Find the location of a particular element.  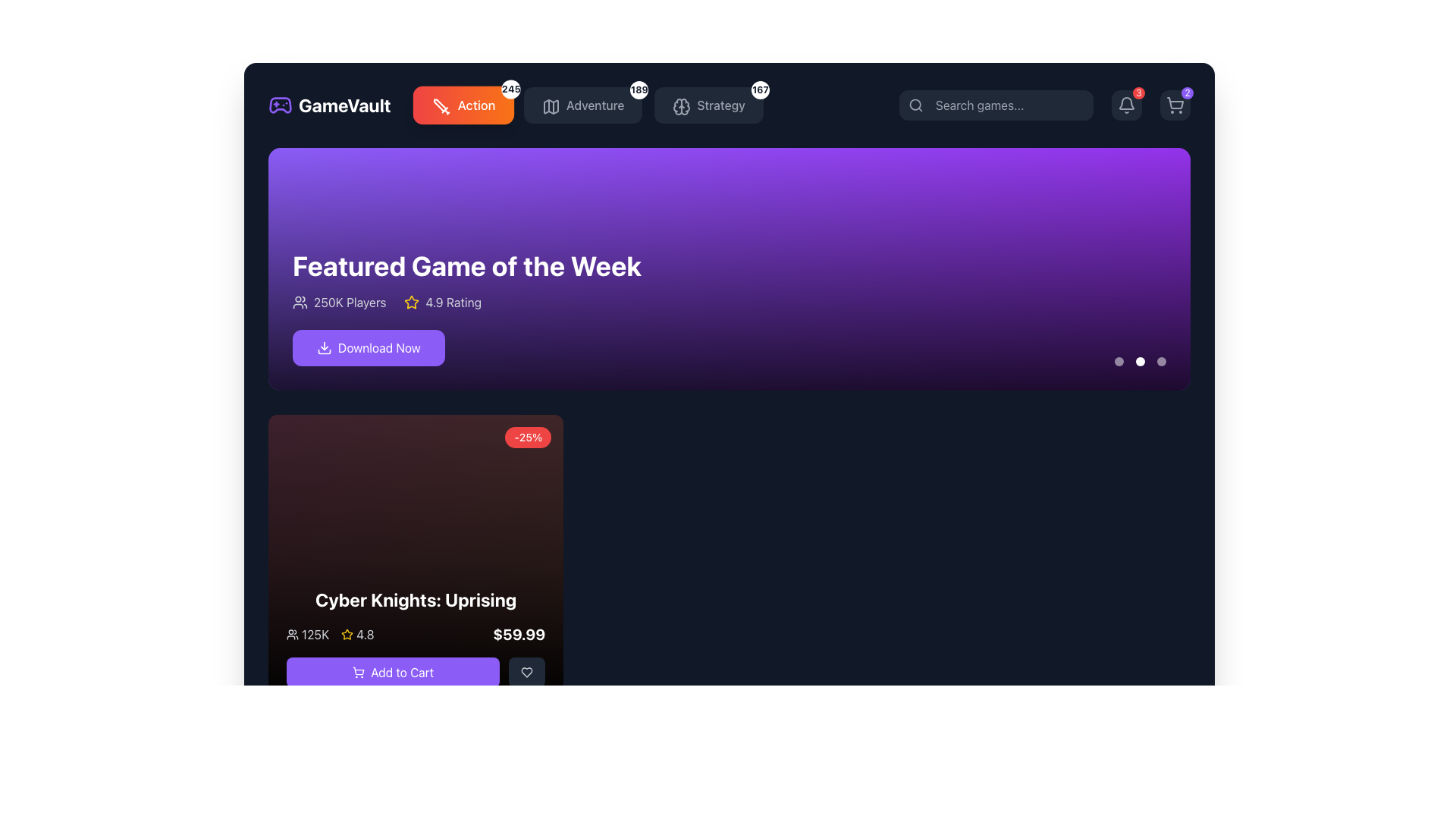

the small circular icon styled as an outline drawing of a human brain, located in the 'Strategy167' segment in the navigation bar, to gather information is located at coordinates (679, 104).